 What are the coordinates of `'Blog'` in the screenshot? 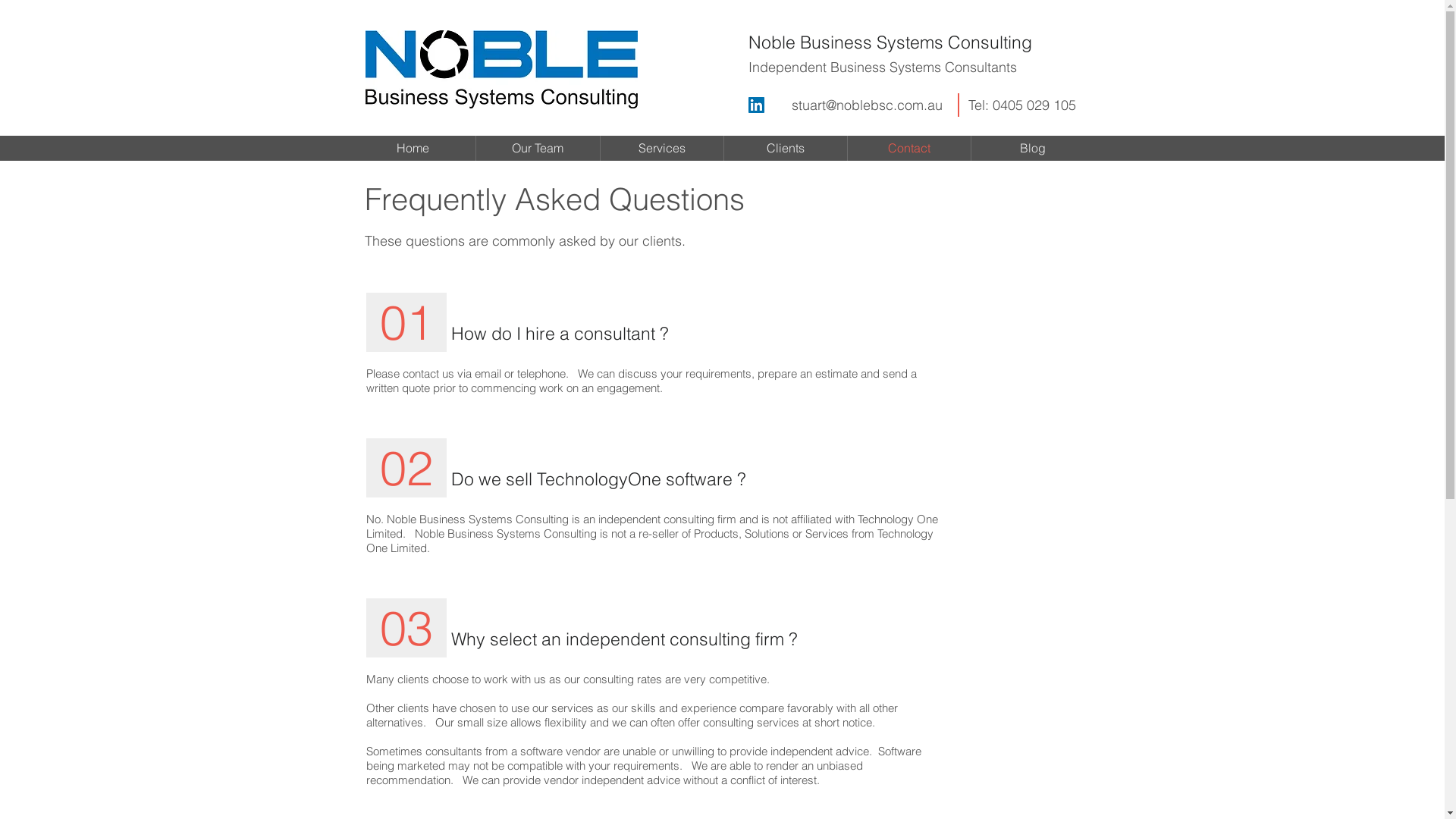 It's located at (1031, 148).